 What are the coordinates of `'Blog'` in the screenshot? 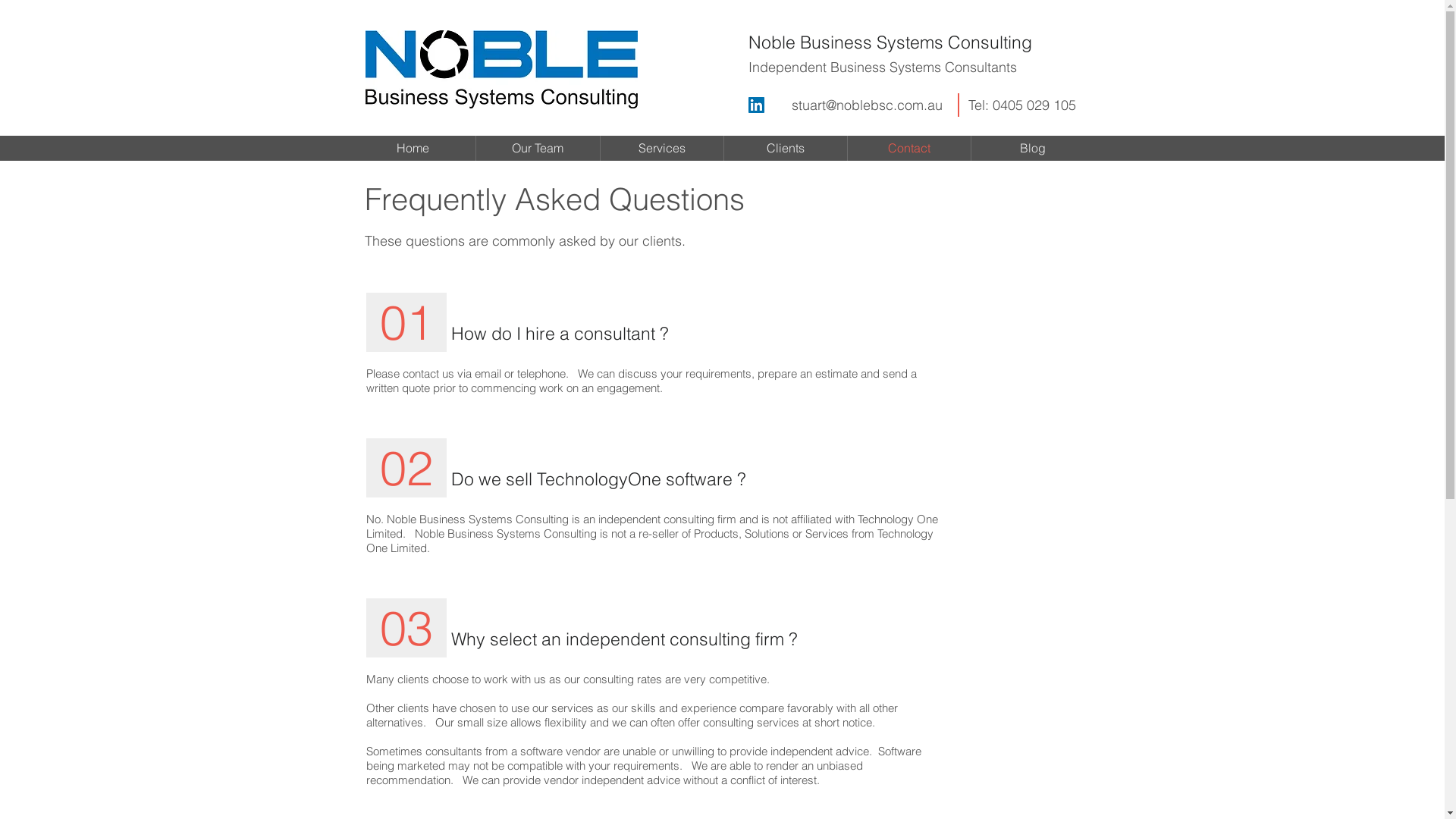 It's located at (1031, 148).